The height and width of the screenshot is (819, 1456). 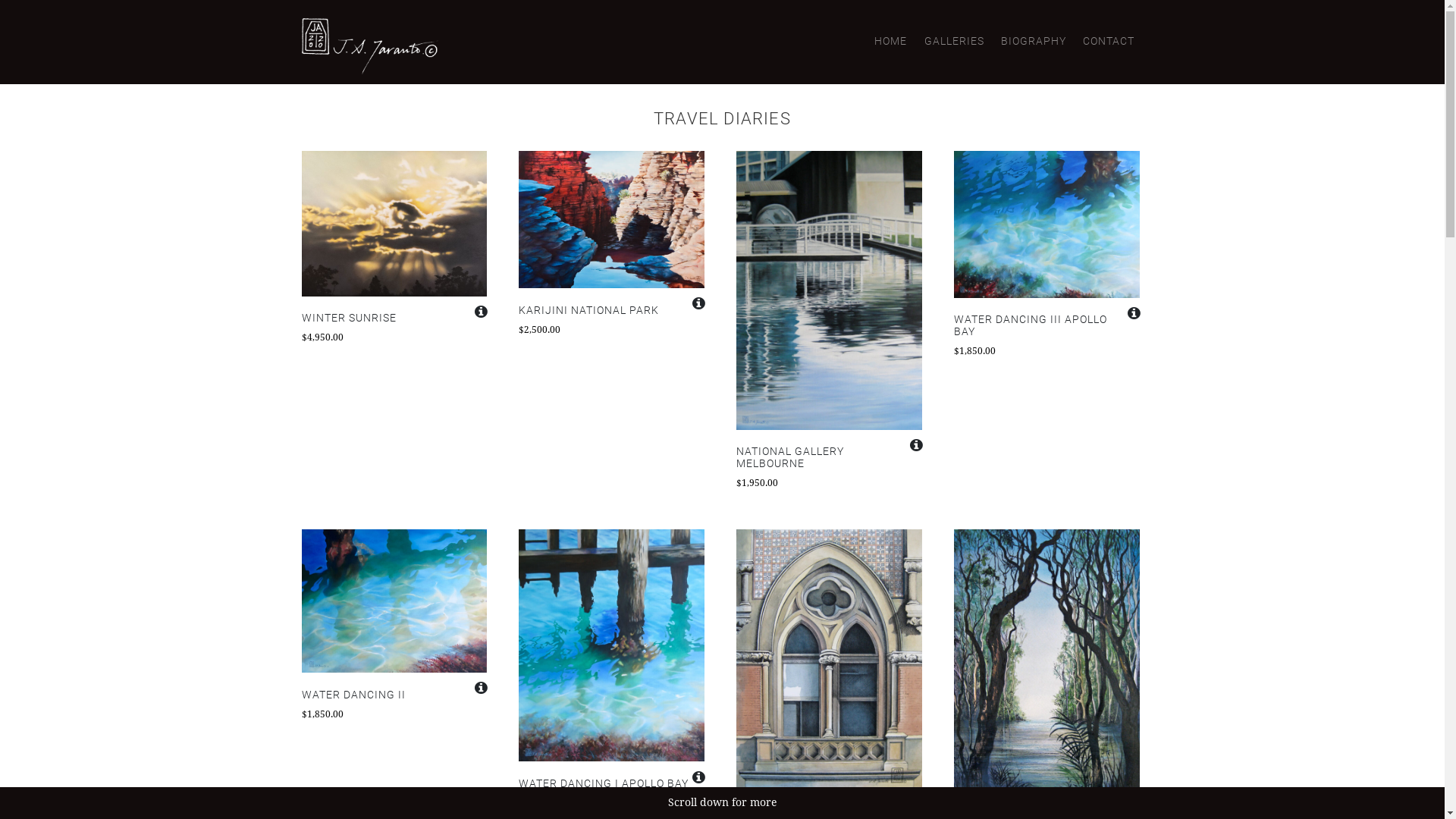 What do you see at coordinates (828, 457) in the screenshot?
I see `'NATIONAL GALLERY MELBOURNE'` at bounding box center [828, 457].